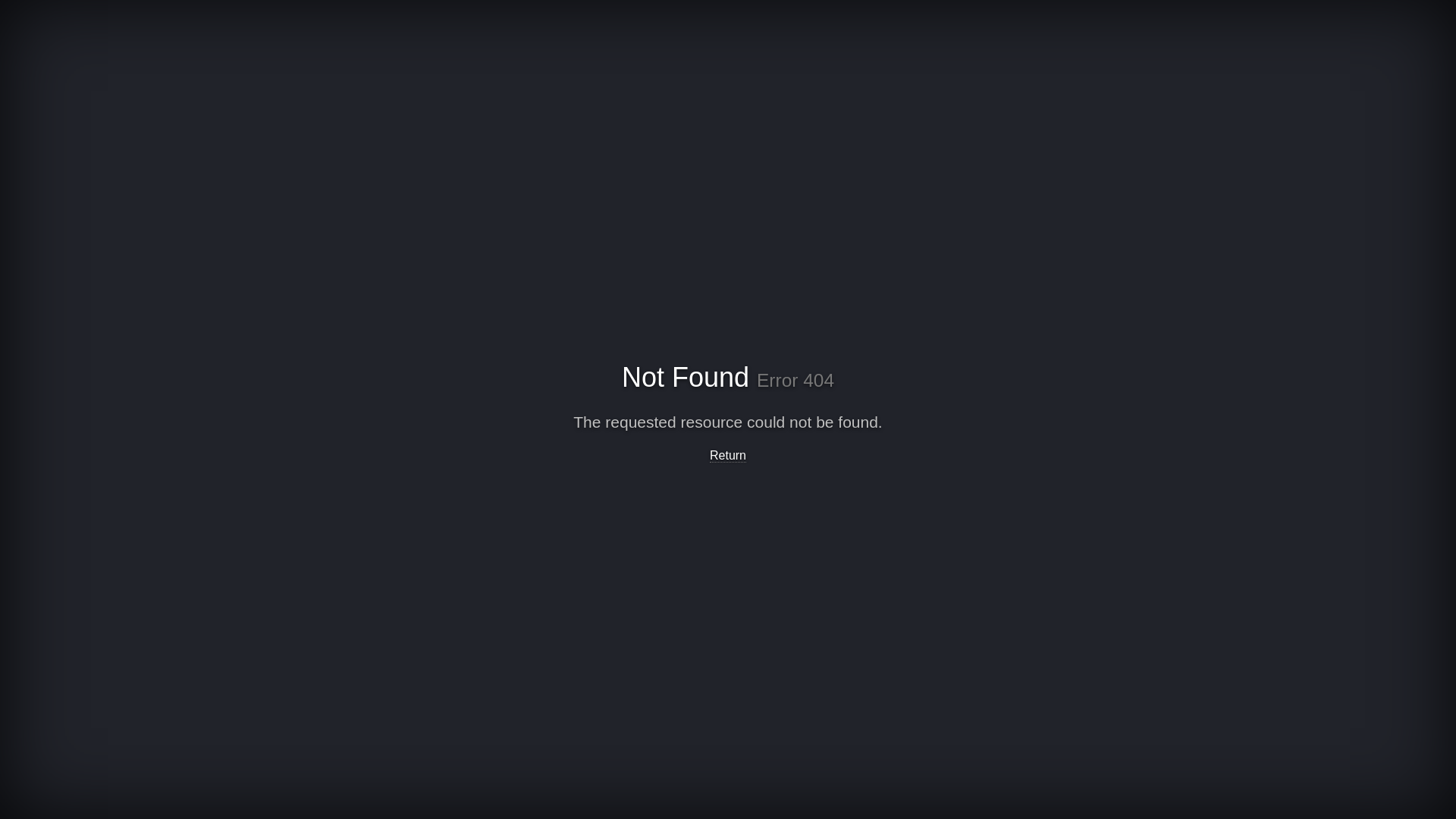 Image resolution: width=1456 pixels, height=819 pixels. What do you see at coordinates (709, 455) in the screenshot?
I see `'Return'` at bounding box center [709, 455].